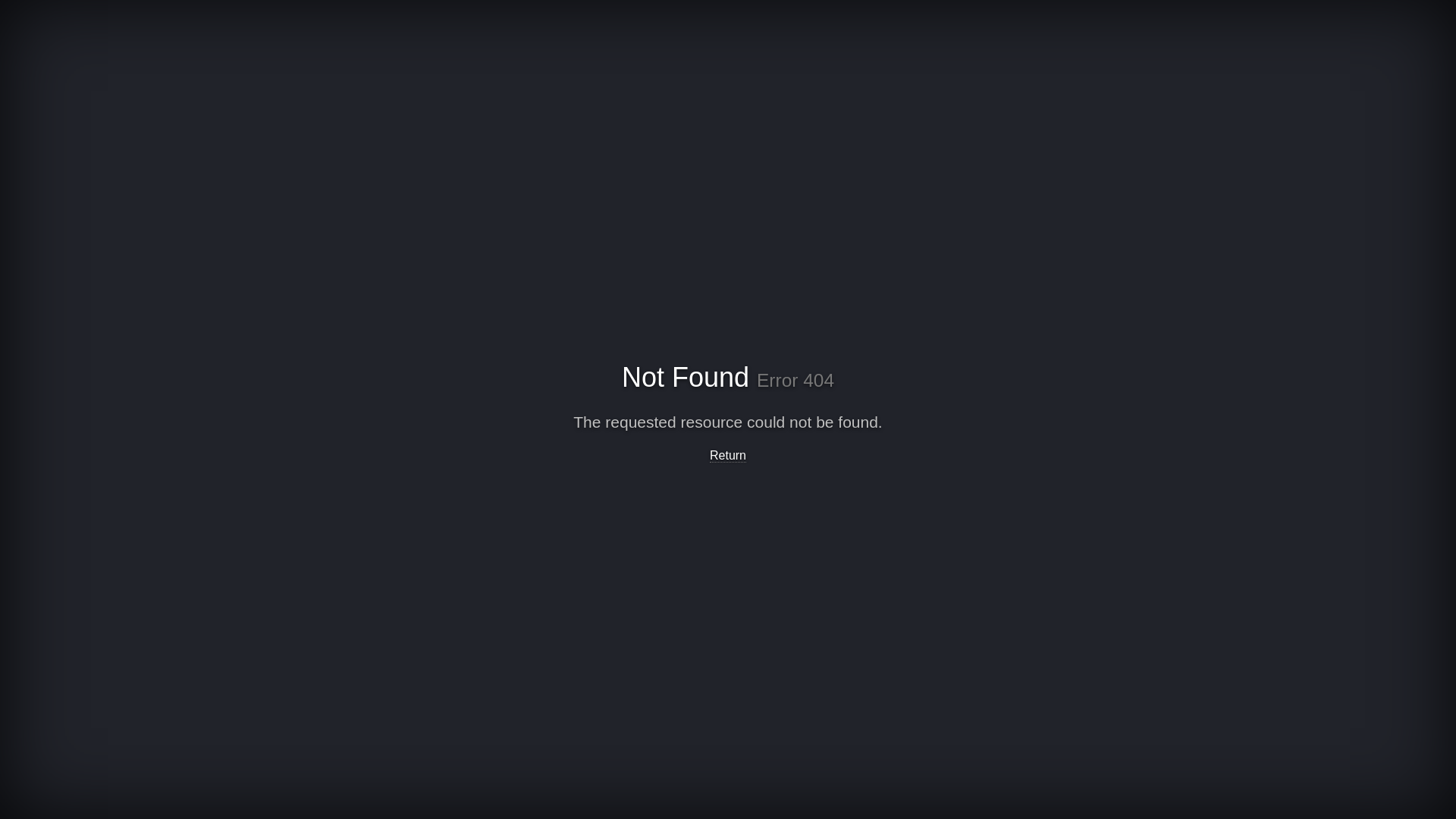 Image resolution: width=1456 pixels, height=819 pixels. What do you see at coordinates (709, 455) in the screenshot?
I see `'Return'` at bounding box center [709, 455].